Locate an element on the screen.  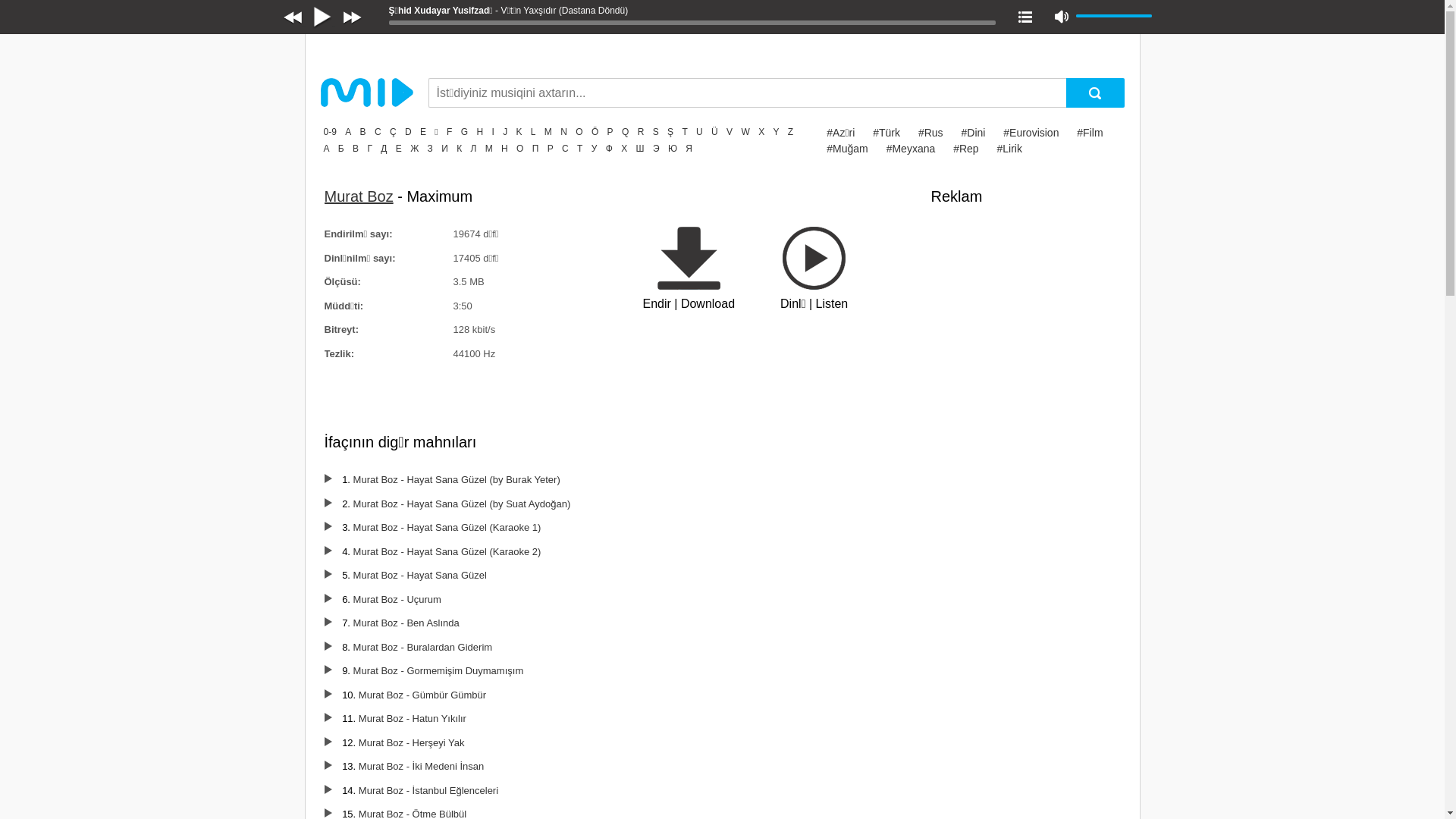
'U' is located at coordinates (698, 130).